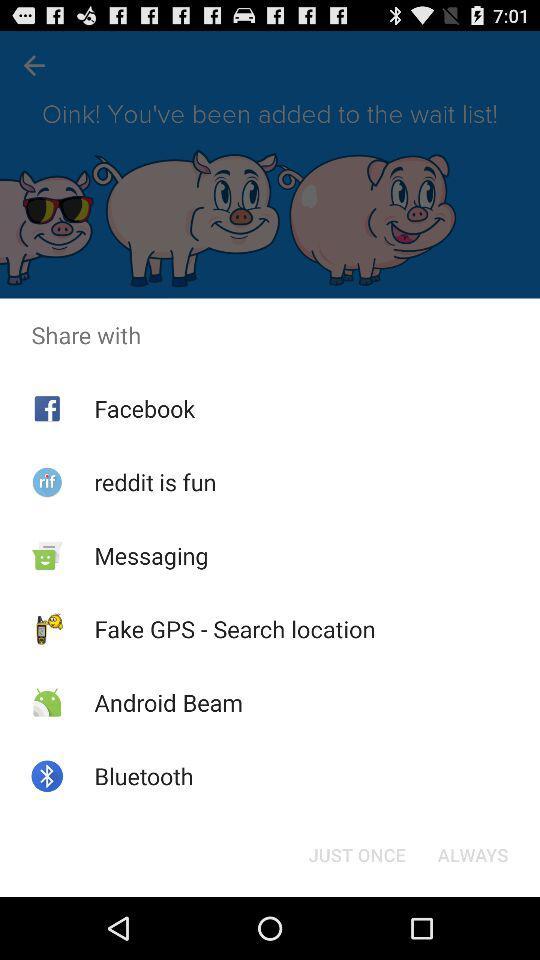 This screenshot has width=540, height=960. I want to click on the app below the reddit is fun app, so click(150, 555).